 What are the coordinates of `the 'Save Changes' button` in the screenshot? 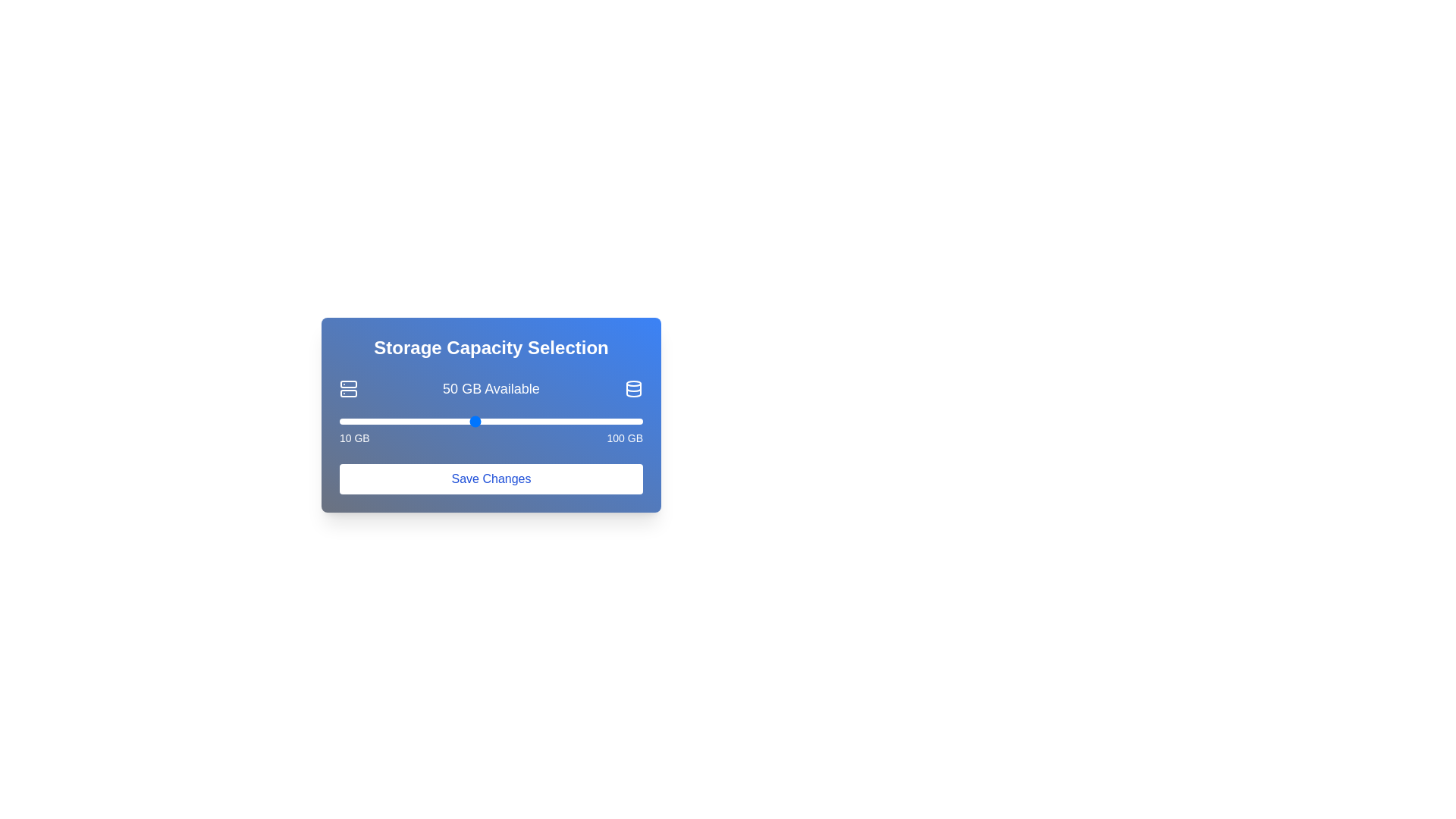 It's located at (491, 479).